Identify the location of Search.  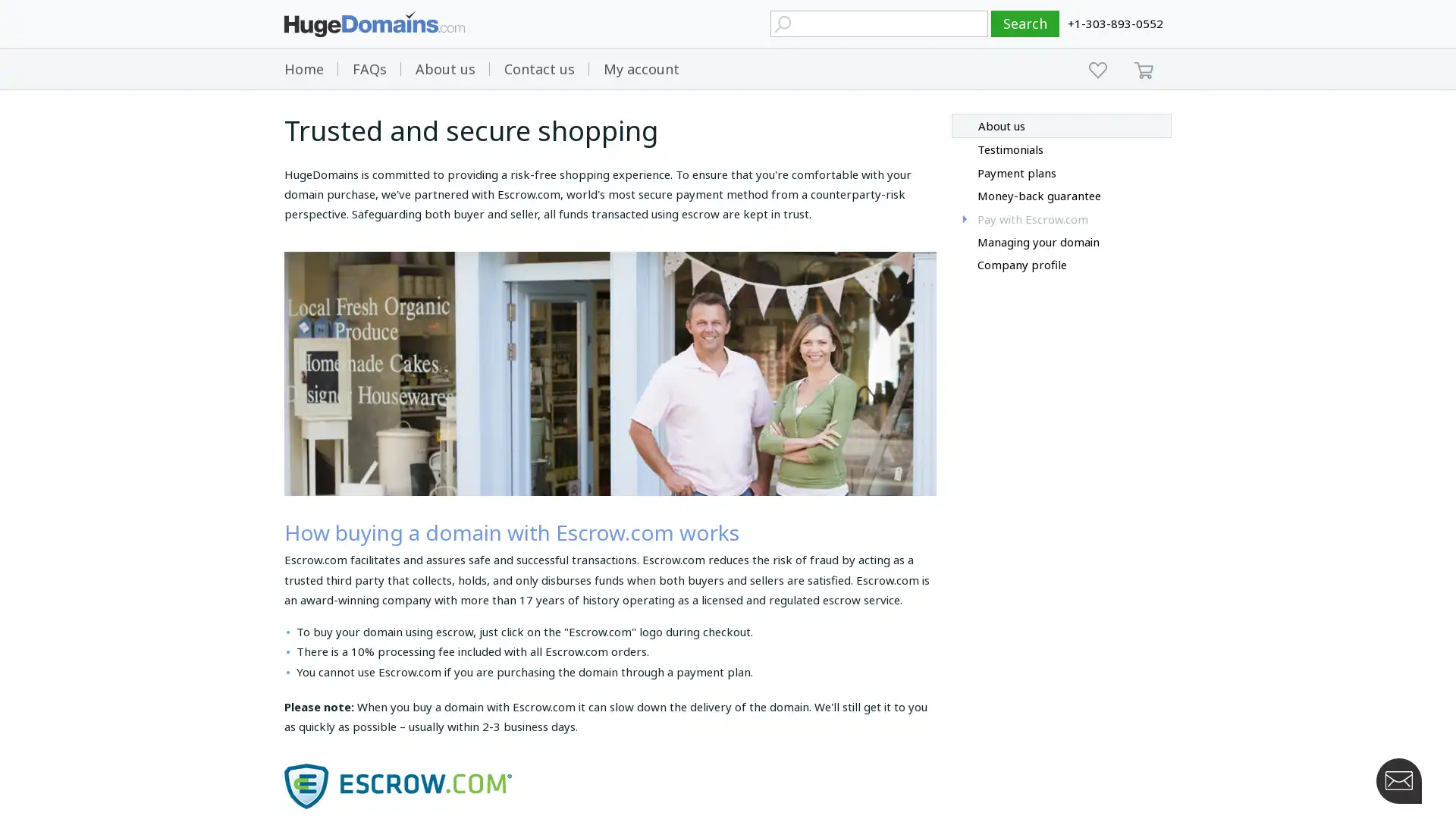
(1025, 24).